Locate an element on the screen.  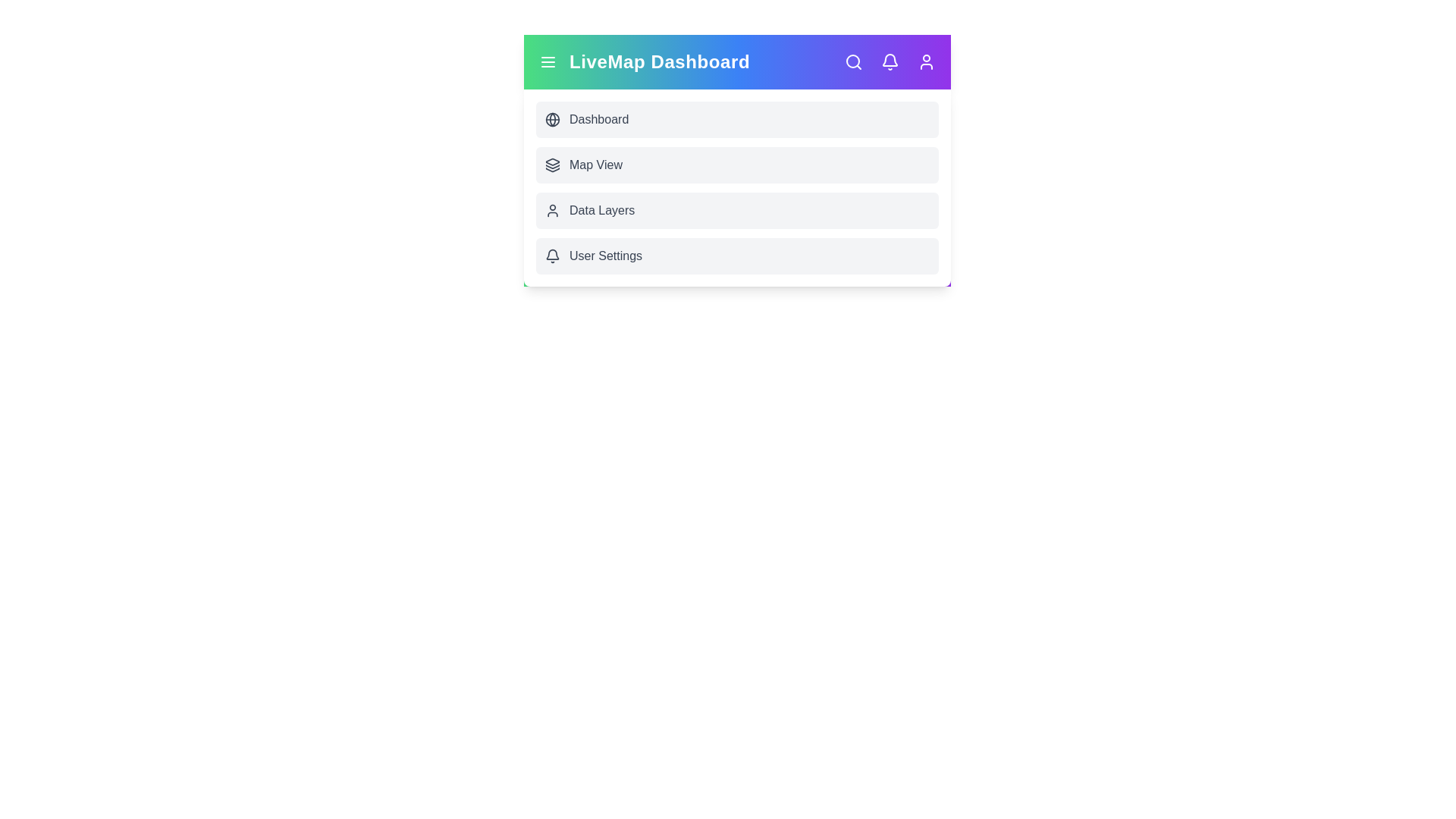
the interactive element User Settings Menu Item to view its visual feedback is located at coordinates (737, 256).